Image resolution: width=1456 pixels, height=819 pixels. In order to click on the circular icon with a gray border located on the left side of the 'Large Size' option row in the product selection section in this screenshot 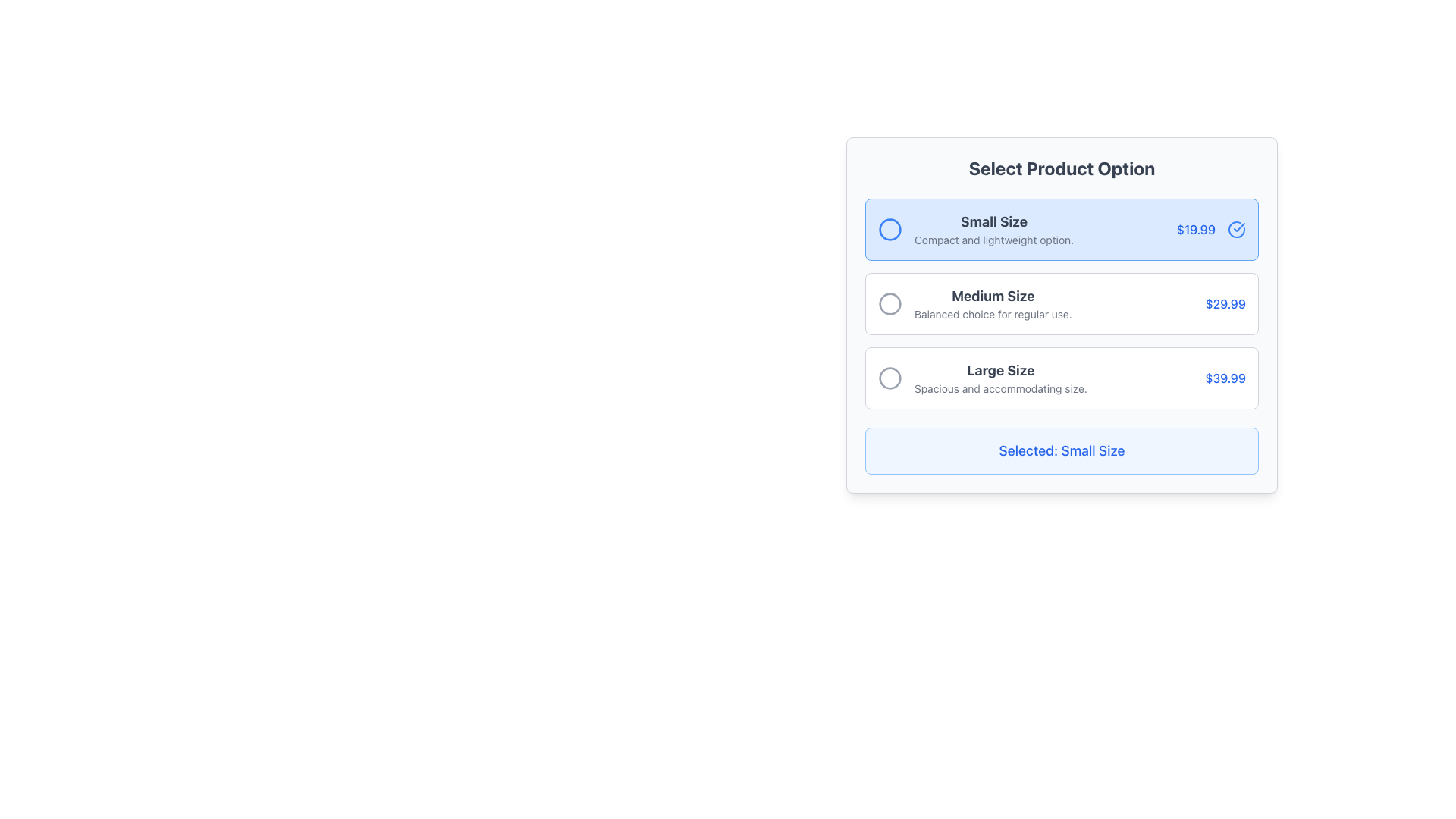, I will do `click(890, 377)`.